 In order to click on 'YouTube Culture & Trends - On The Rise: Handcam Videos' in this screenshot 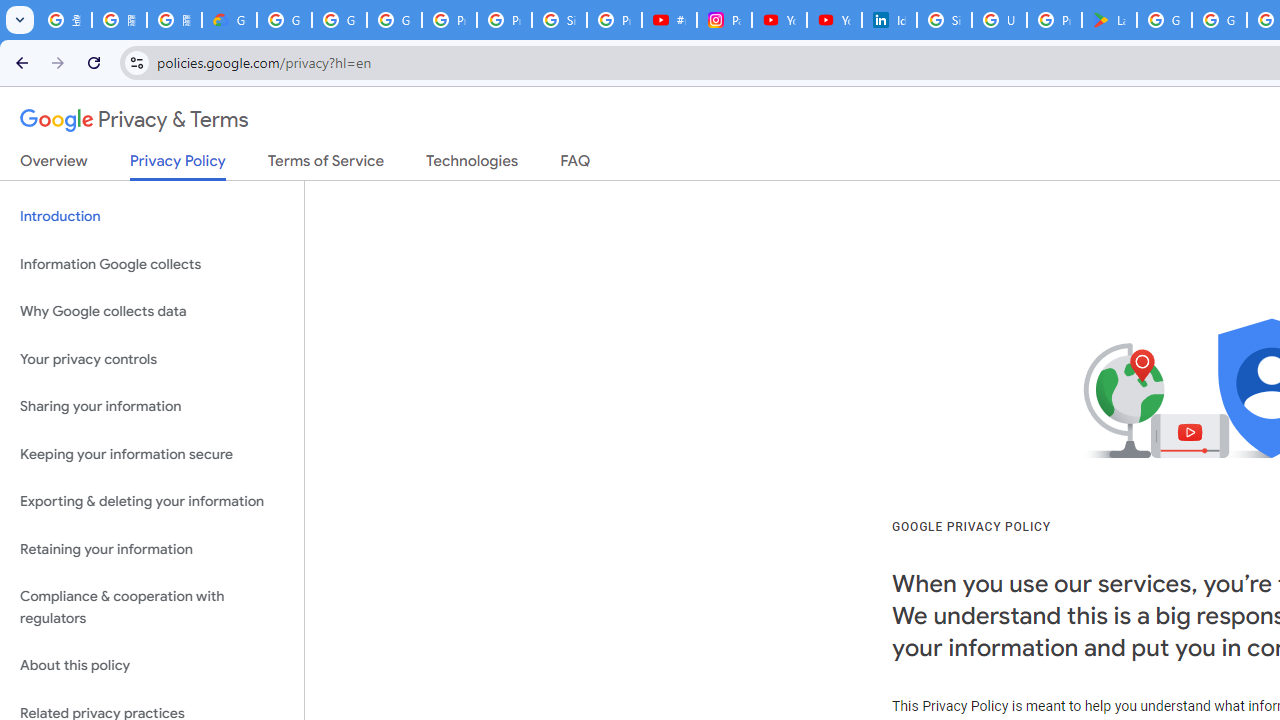, I will do `click(778, 20)`.